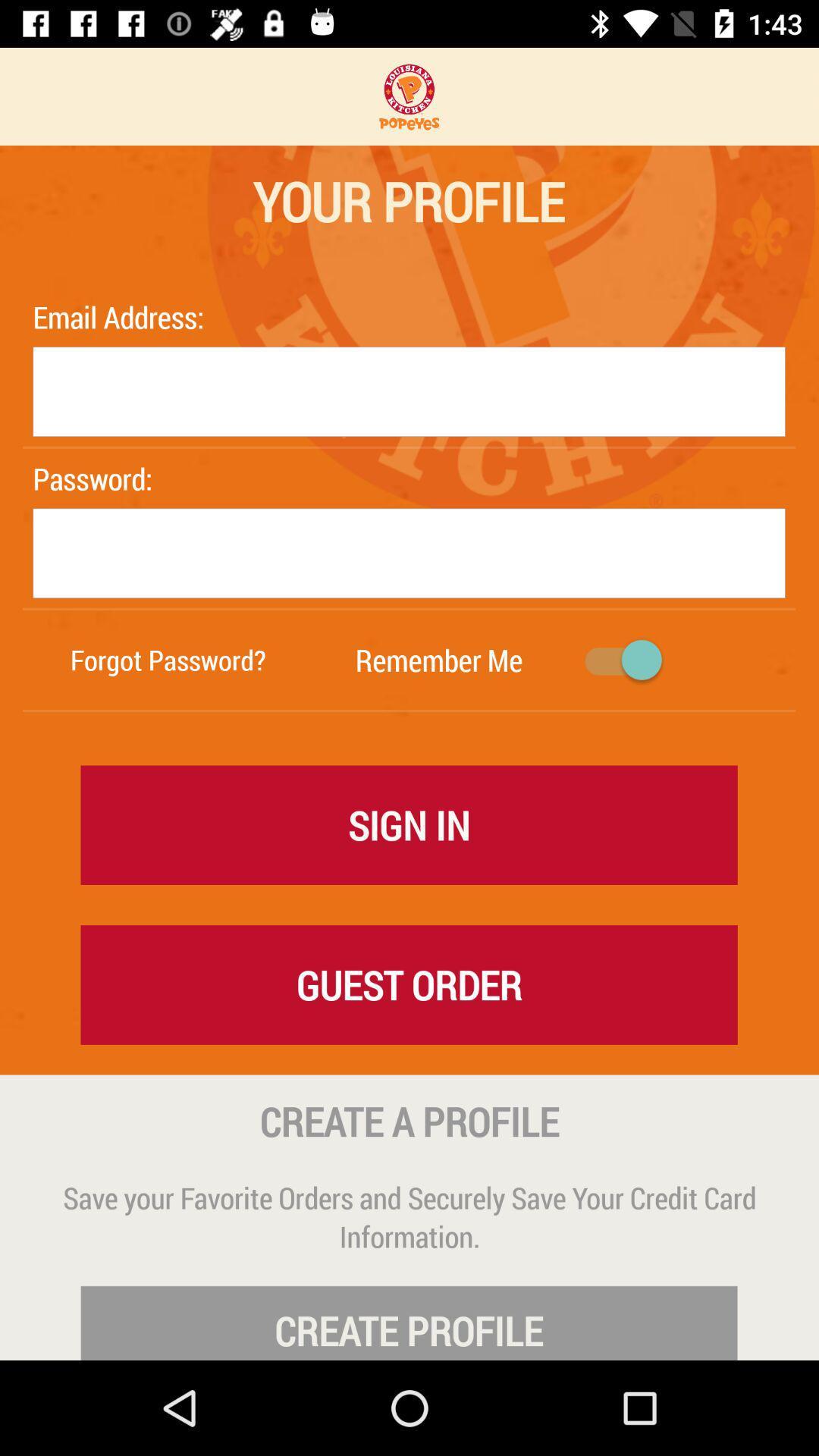 Image resolution: width=819 pixels, height=1456 pixels. Describe the element at coordinates (438, 660) in the screenshot. I see `the remember me item` at that location.